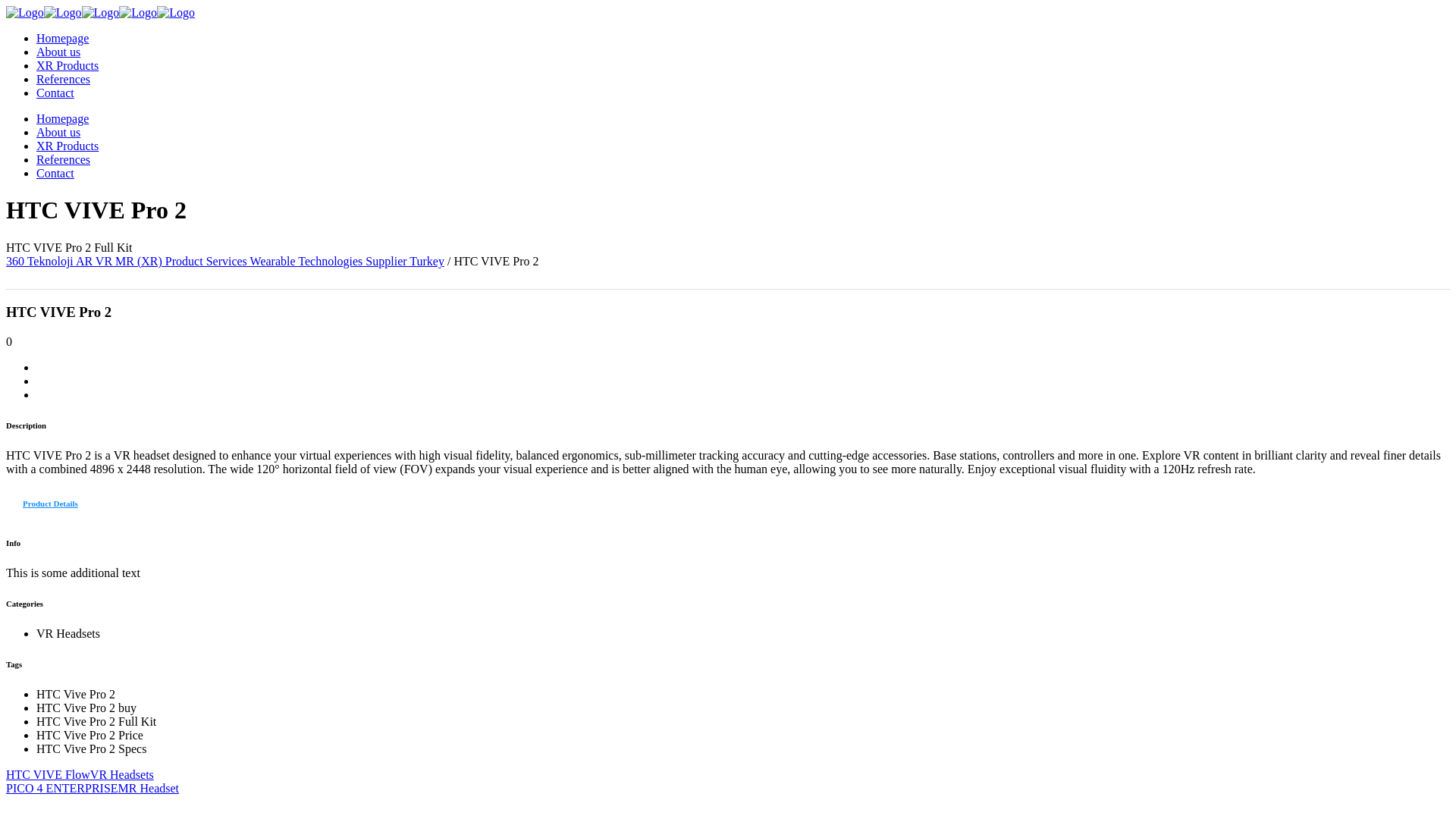 The image size is (1456, 819). Describe the element at coordinates (728, 775) in the screenshot. I see `'HTC VIVE FlowVR Headsets'` at that location.